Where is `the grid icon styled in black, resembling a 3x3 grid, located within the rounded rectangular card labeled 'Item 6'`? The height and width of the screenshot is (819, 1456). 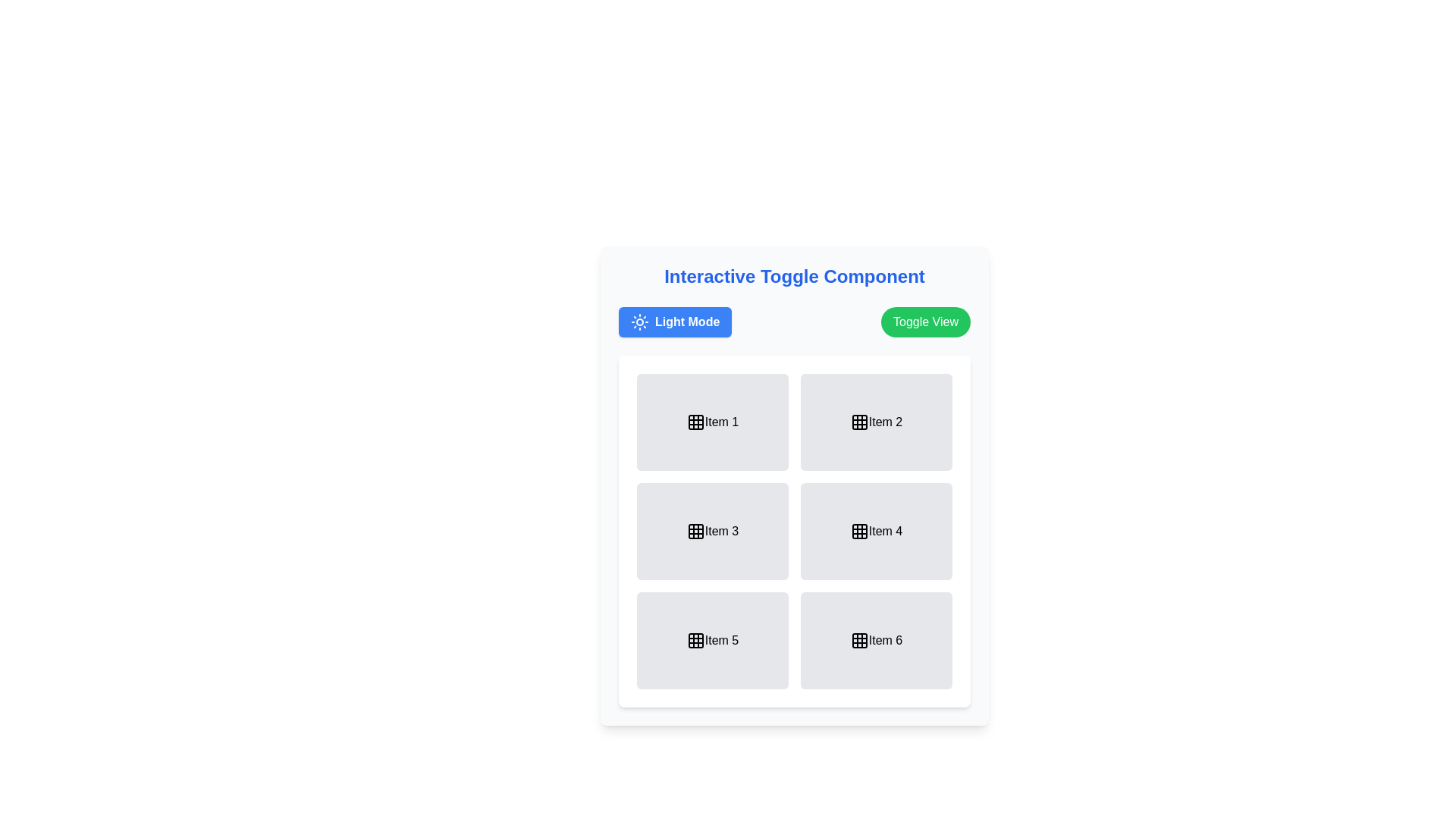
the grid icon styled in black, resembling a 3x3 grid, located within the rounded rectangular card labeled 'Item 6' is located at coordinates (859, 640).